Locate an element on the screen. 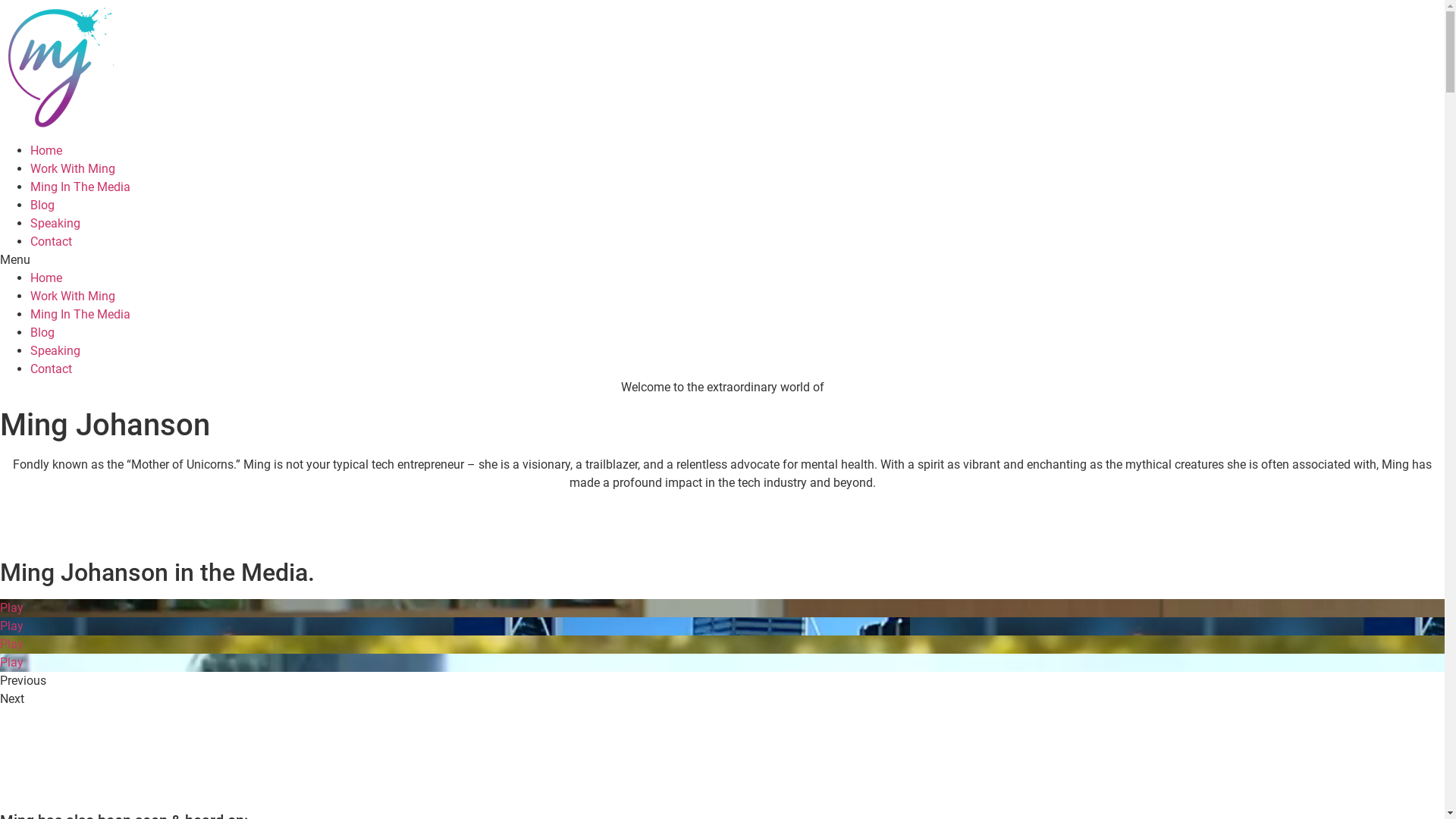 Image resolution: width=1456 pixels, height=819 pixels. 'Work With Ming' is located at coordinates (30, 168).